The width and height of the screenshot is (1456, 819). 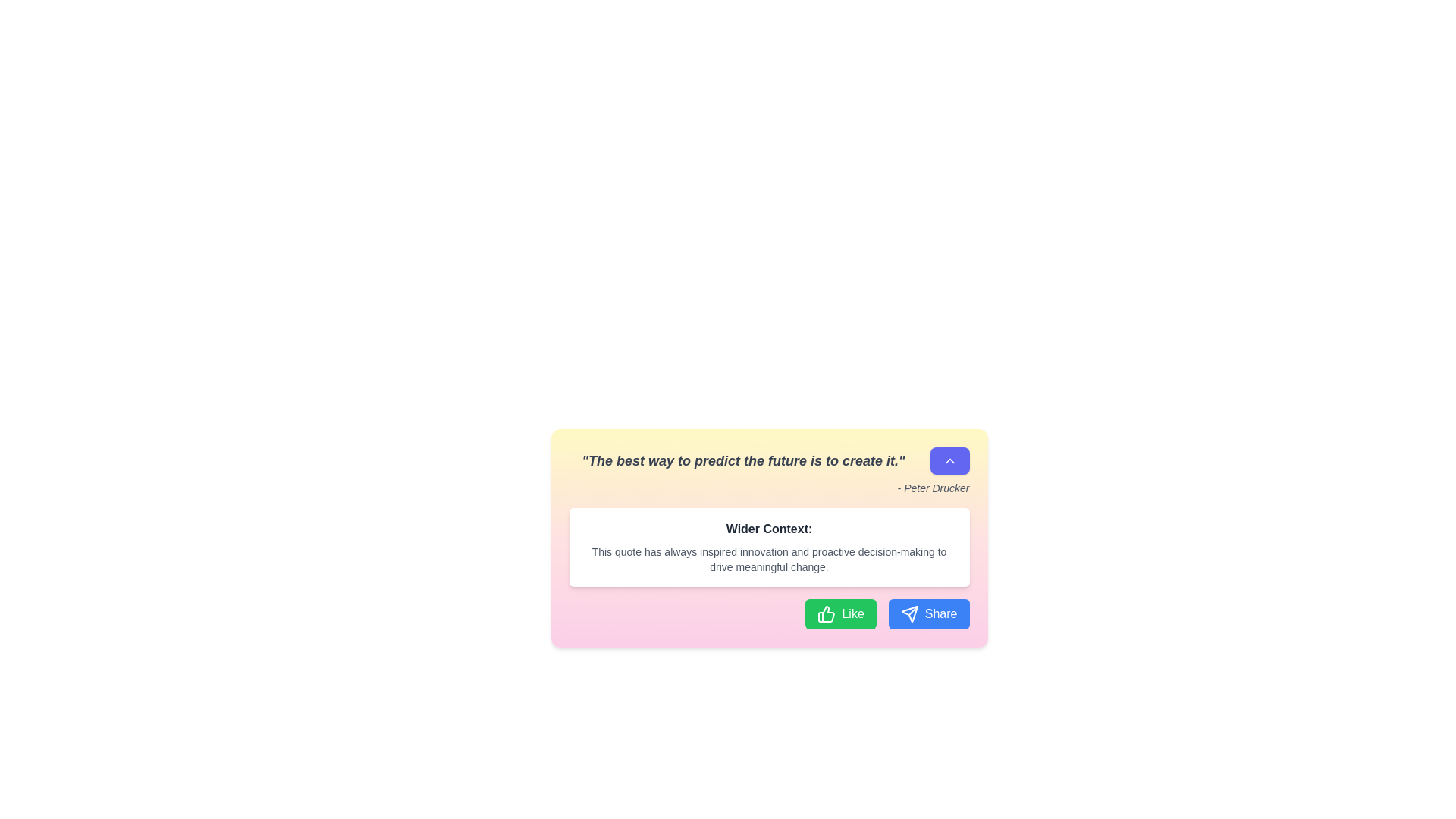 I want to click on the center of the icon located at the top-right corner of the quote card, which serves as a button for expanding or collapsing content, so click(x=949, y=460).